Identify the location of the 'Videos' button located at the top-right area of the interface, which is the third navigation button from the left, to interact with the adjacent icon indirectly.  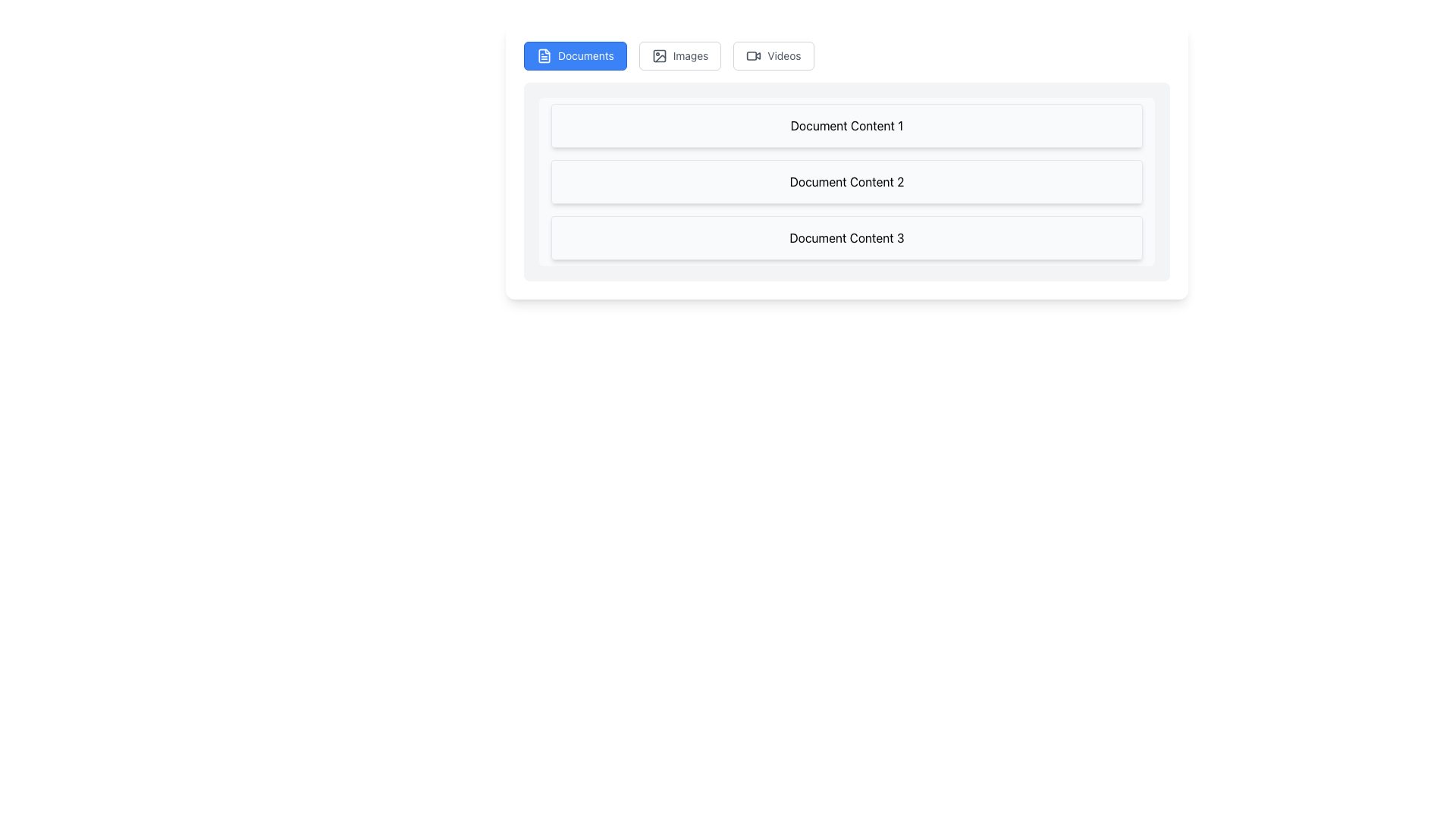
(754, 55).